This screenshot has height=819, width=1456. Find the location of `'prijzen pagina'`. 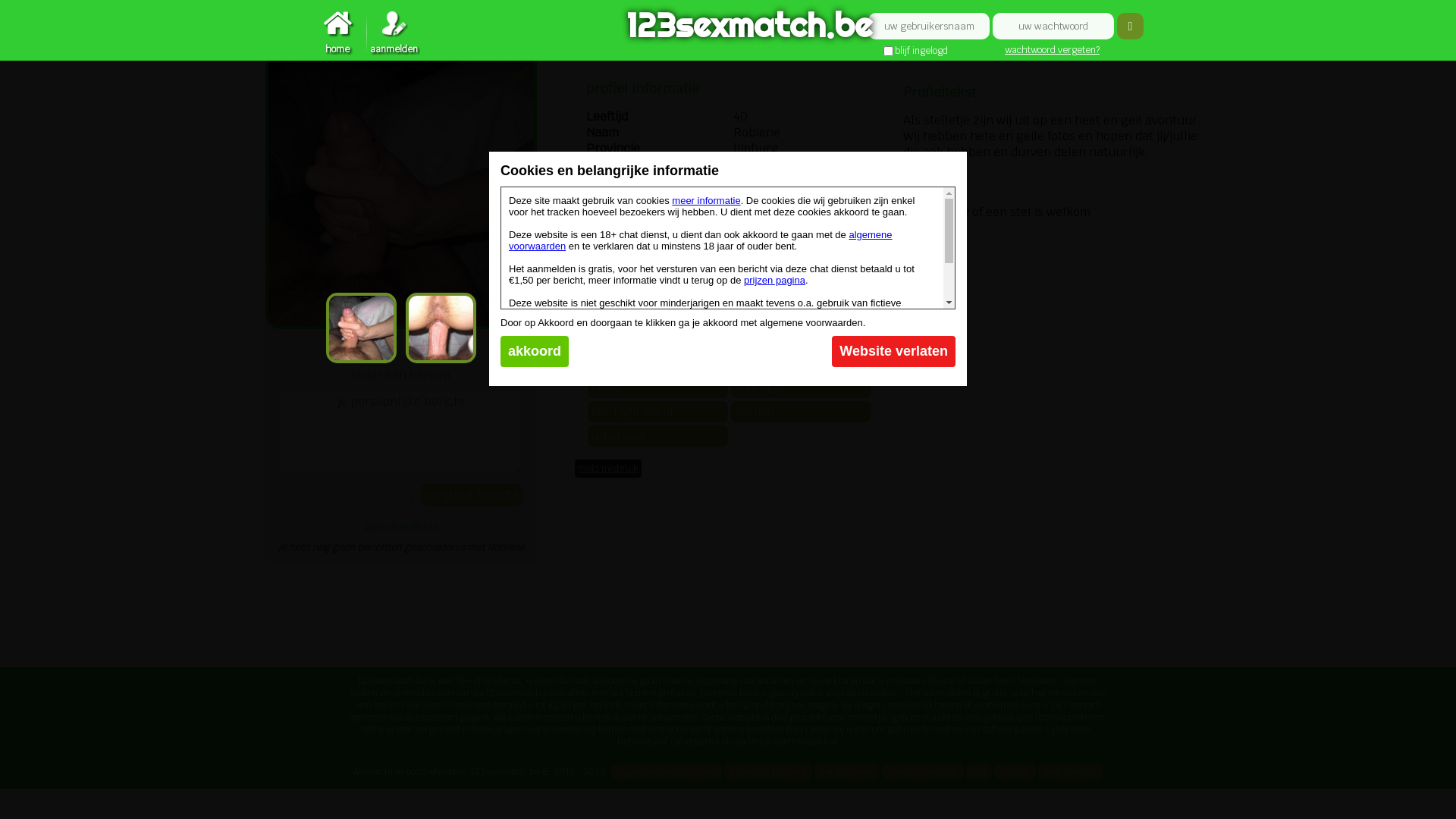

'prijzen pagina' is located at coordinates (774, 280).